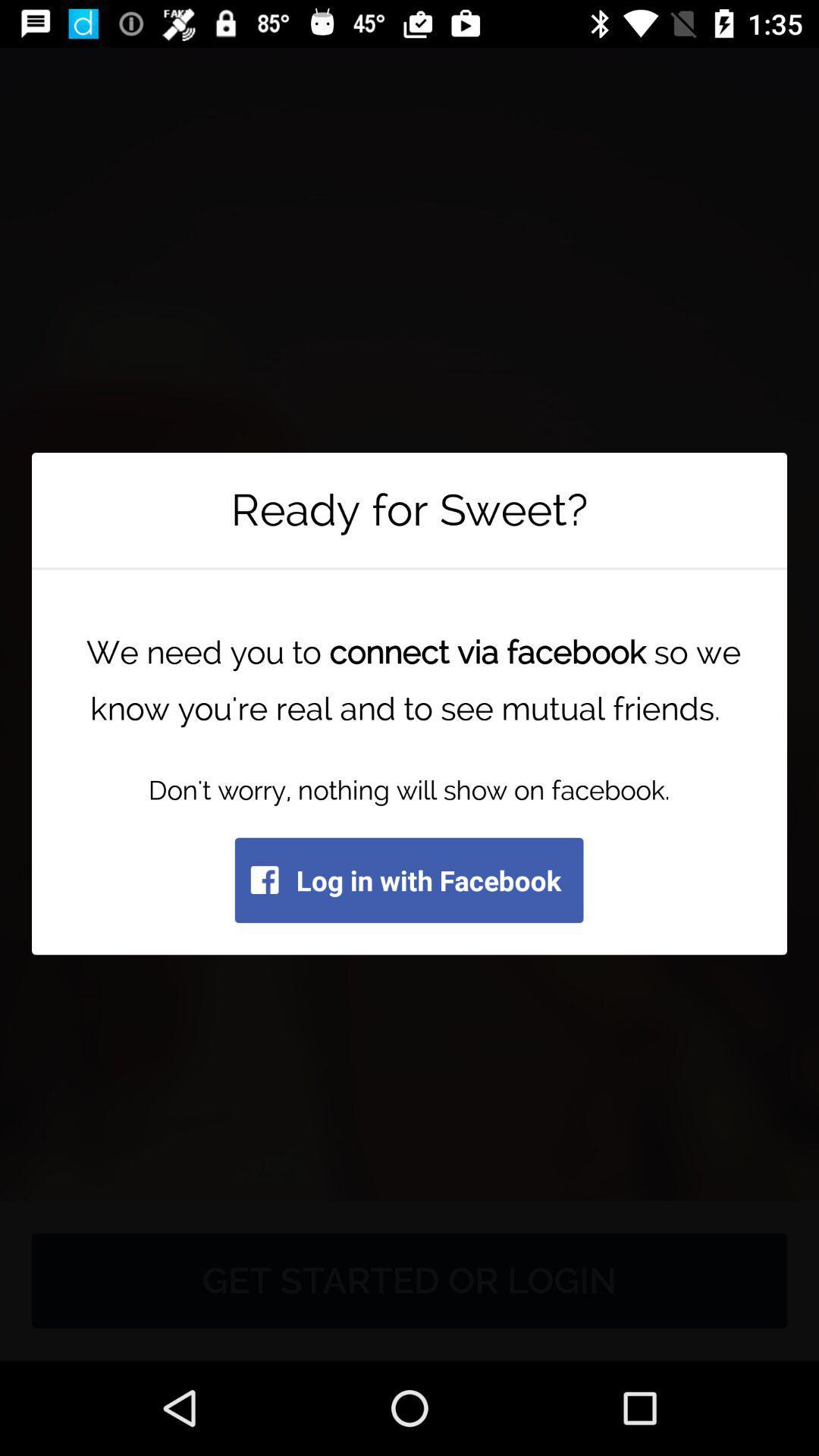 The image size is (819, 1456). What do you see at coordinates (408, 880) in the screenshot?
I see `the log in with item` at bounding box center [408, 880].